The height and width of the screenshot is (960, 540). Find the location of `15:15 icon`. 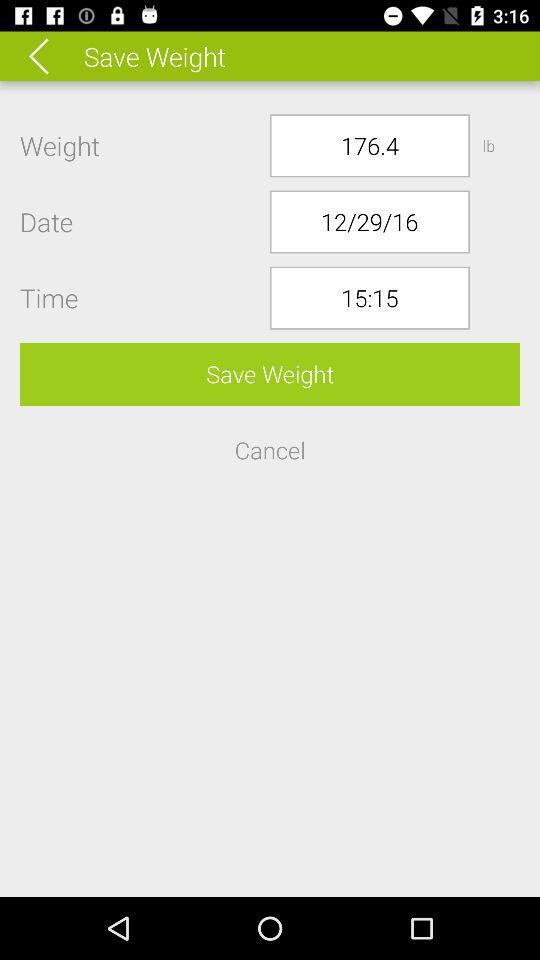

15:15 icon is located at coordinates (368, 297).